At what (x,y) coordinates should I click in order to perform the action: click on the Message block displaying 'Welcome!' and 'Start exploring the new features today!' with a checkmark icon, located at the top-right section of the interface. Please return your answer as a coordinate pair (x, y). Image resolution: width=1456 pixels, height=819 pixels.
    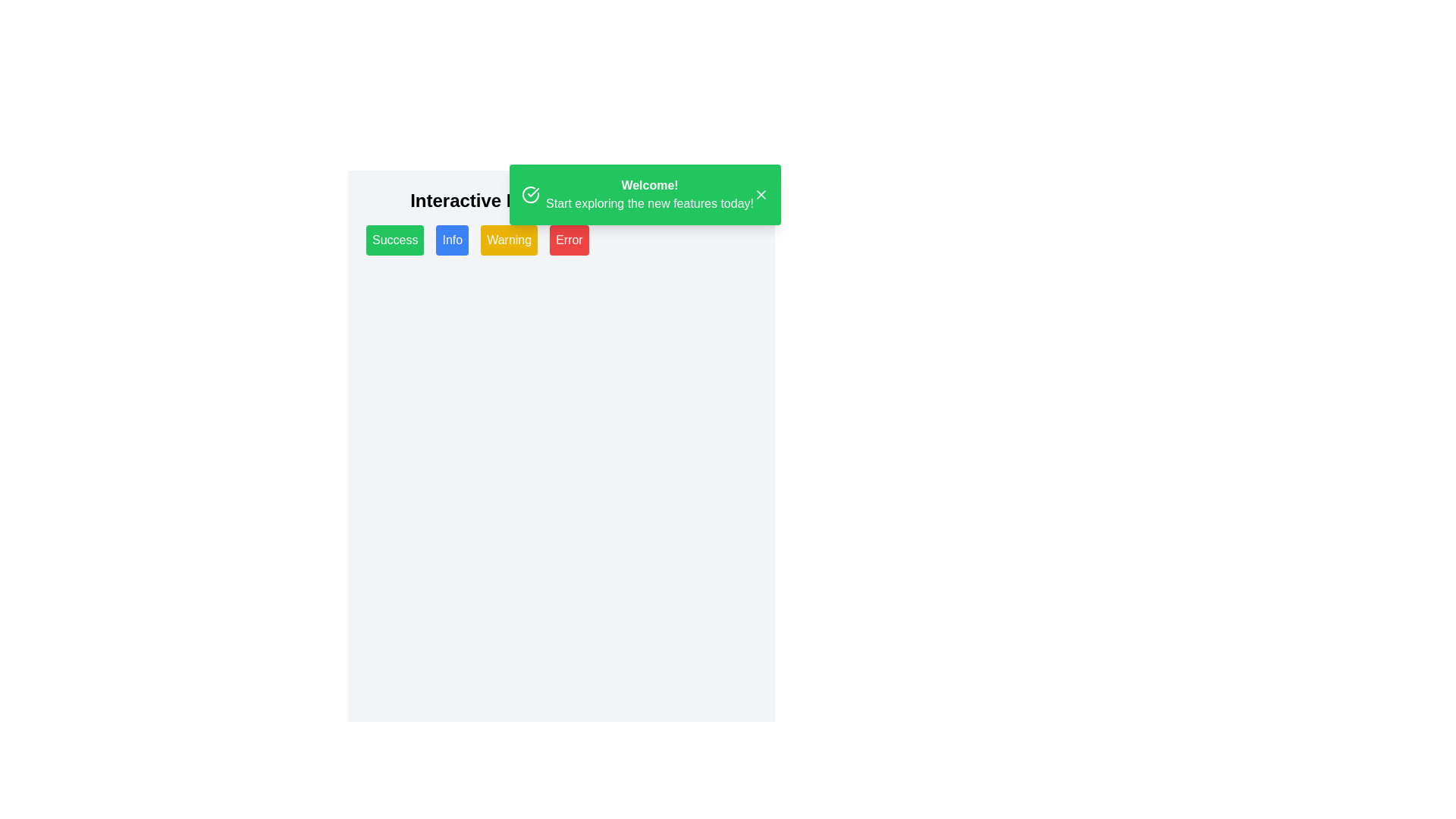
    Looking at the image, I should click on (637, 194).